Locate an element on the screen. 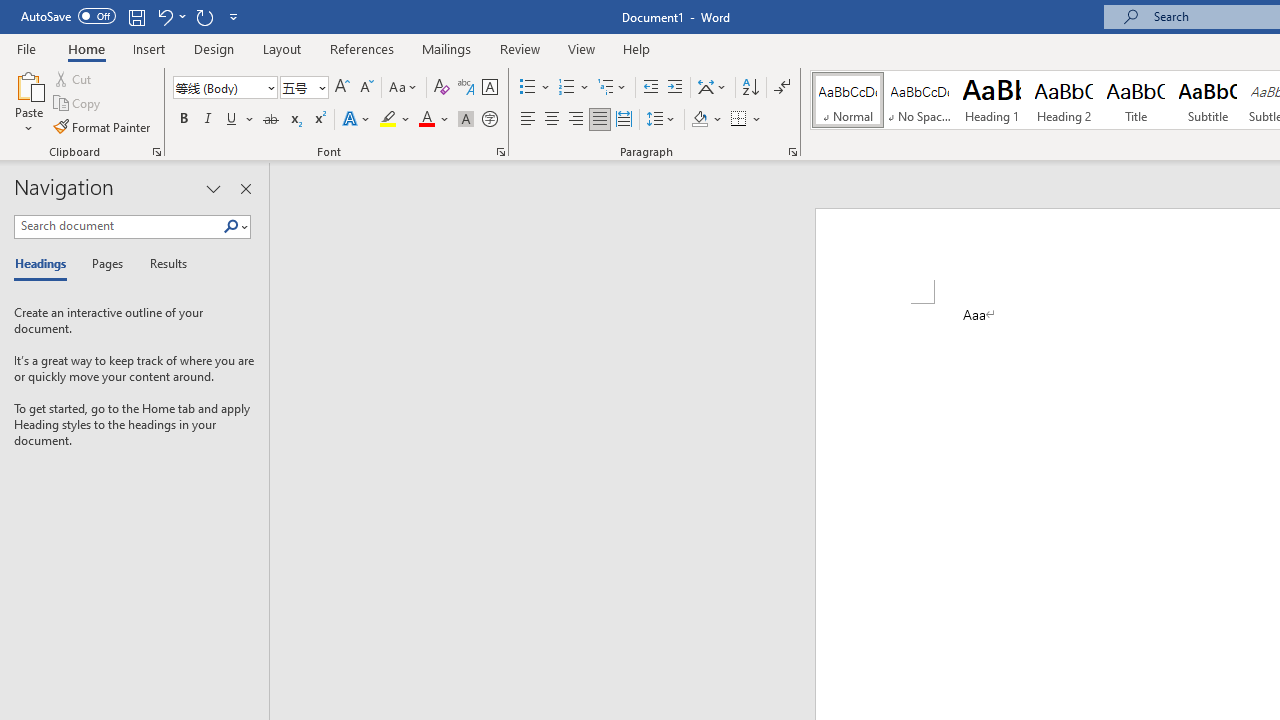 This screenshot has height=720, width=1280. 'Increase Indent' is located at coordinates (675, 86).